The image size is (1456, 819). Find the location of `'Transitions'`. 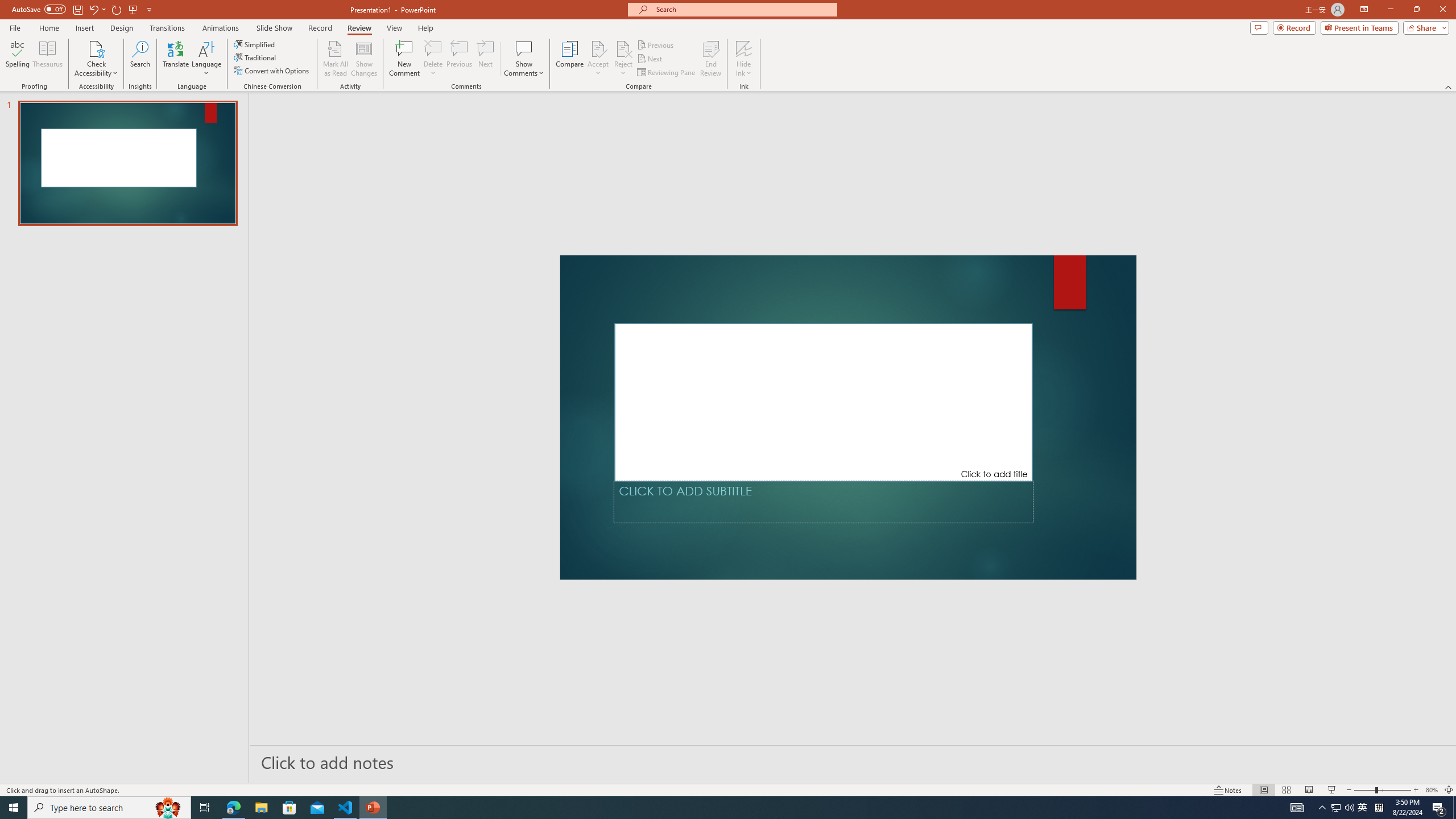

'Transitions' is located at coordinates (167, 28).